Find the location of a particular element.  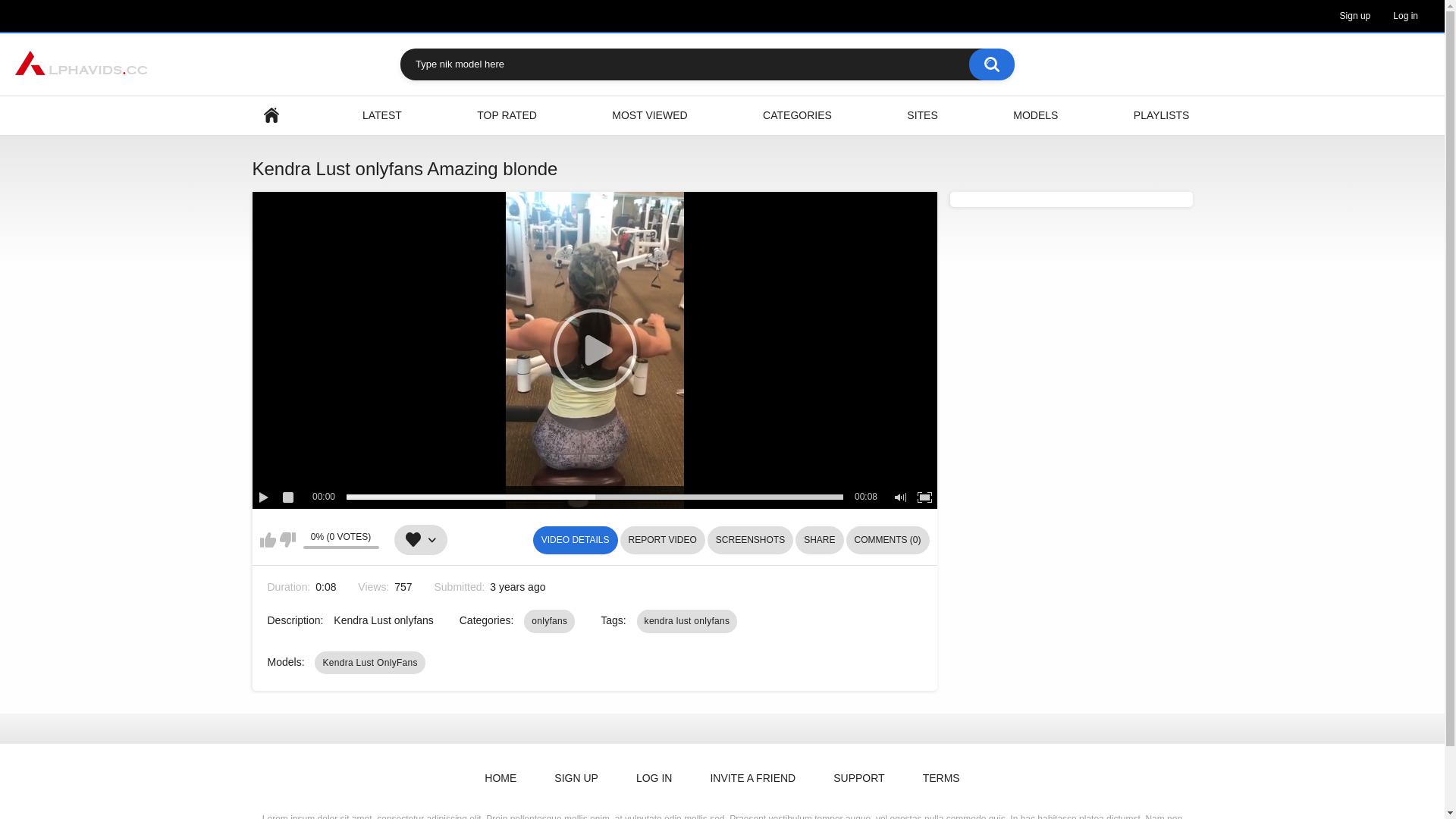

'MOST VIEWED' is located at coordinates (649, 115).